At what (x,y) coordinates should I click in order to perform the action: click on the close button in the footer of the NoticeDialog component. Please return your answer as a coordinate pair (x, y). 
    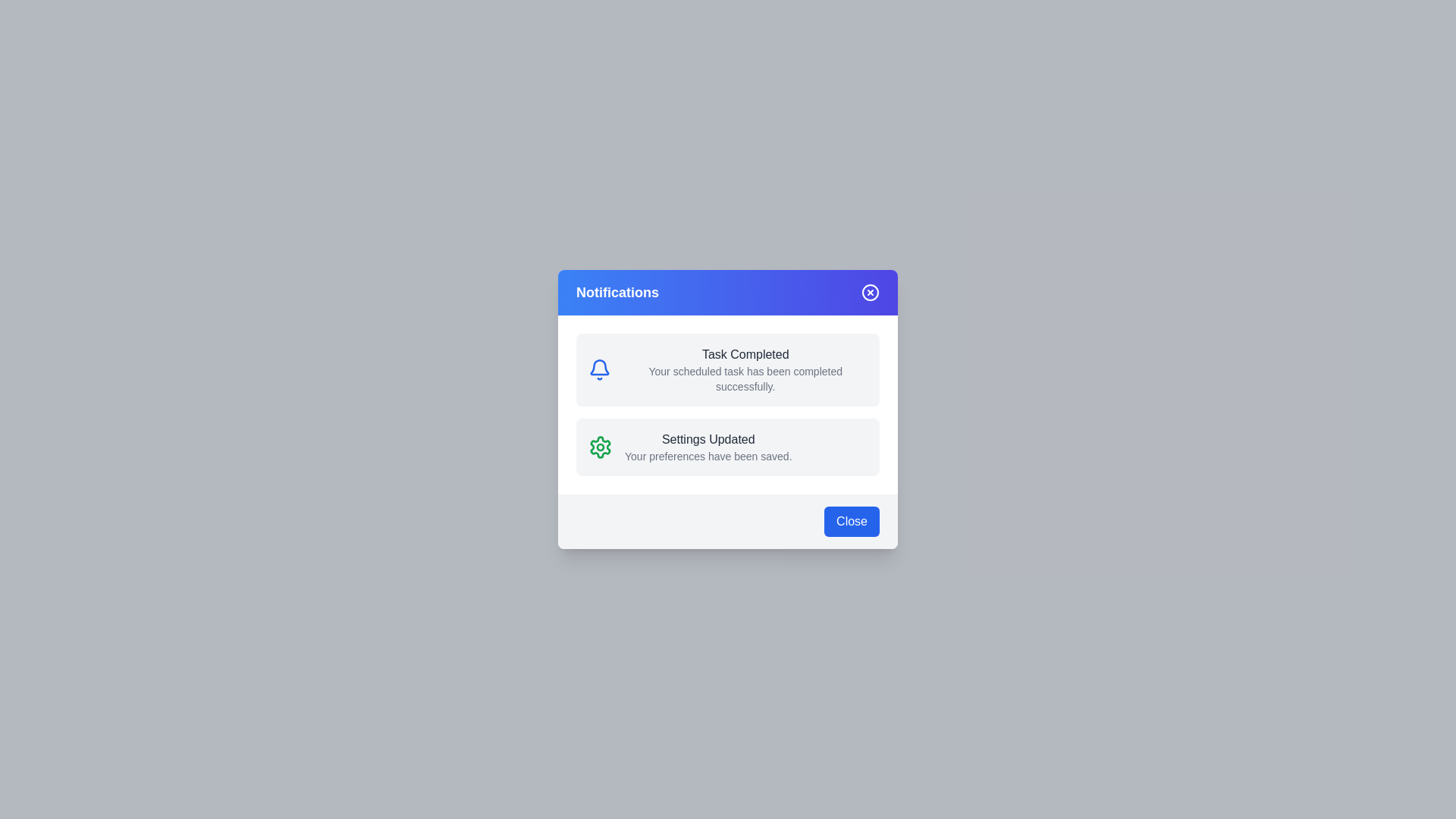
    Looking at the image, I should click on (852, 520).